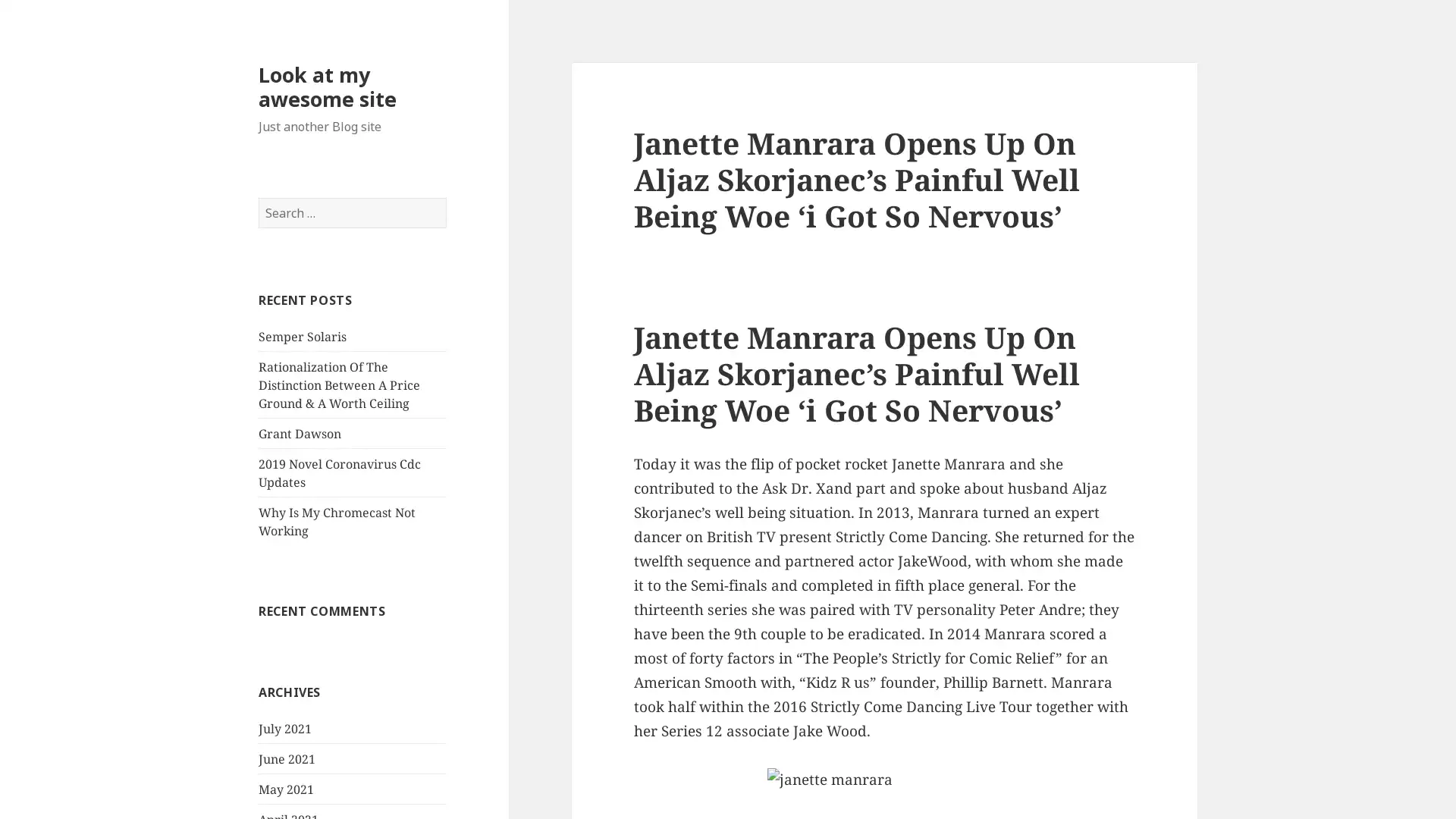 This screenshot has height=819, width=1456. Describe the element at coordinates (445, 197) in the screenshot. I see `Search` at that location.